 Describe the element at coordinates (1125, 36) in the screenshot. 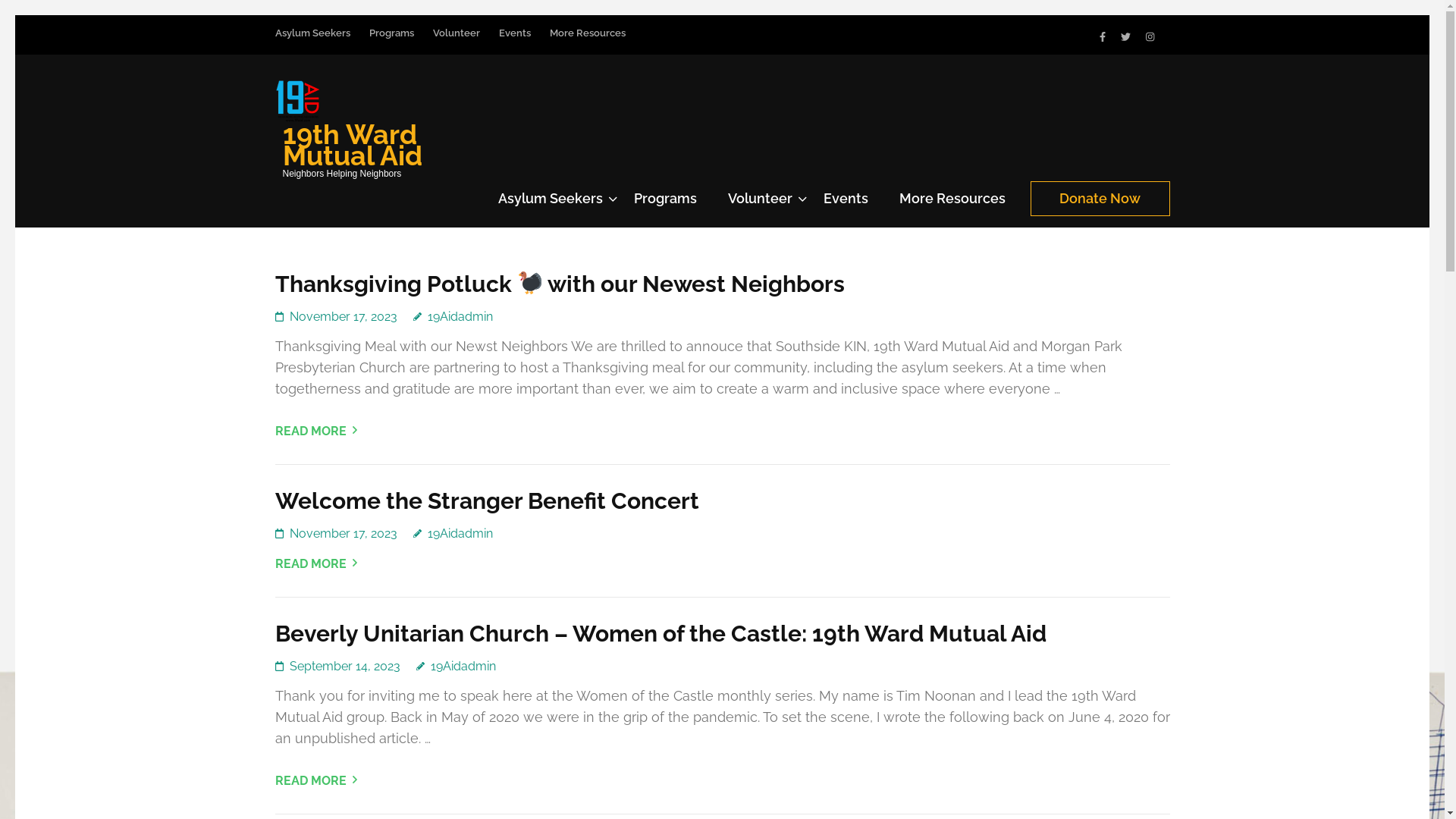

I see `'Twitter'` at that location.